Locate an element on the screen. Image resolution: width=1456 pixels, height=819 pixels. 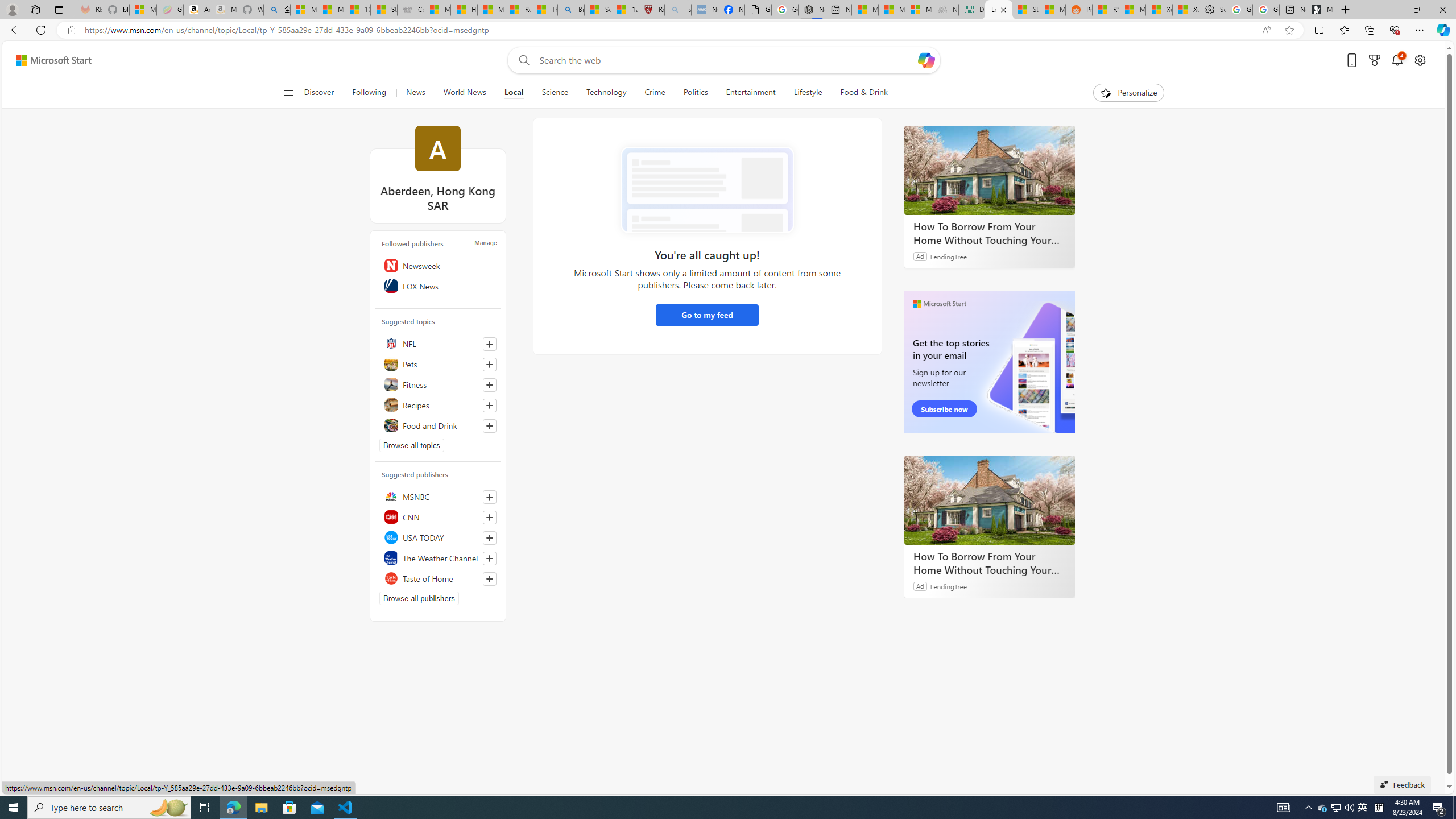
'Follow this source' is located at coordinates (489, 579).